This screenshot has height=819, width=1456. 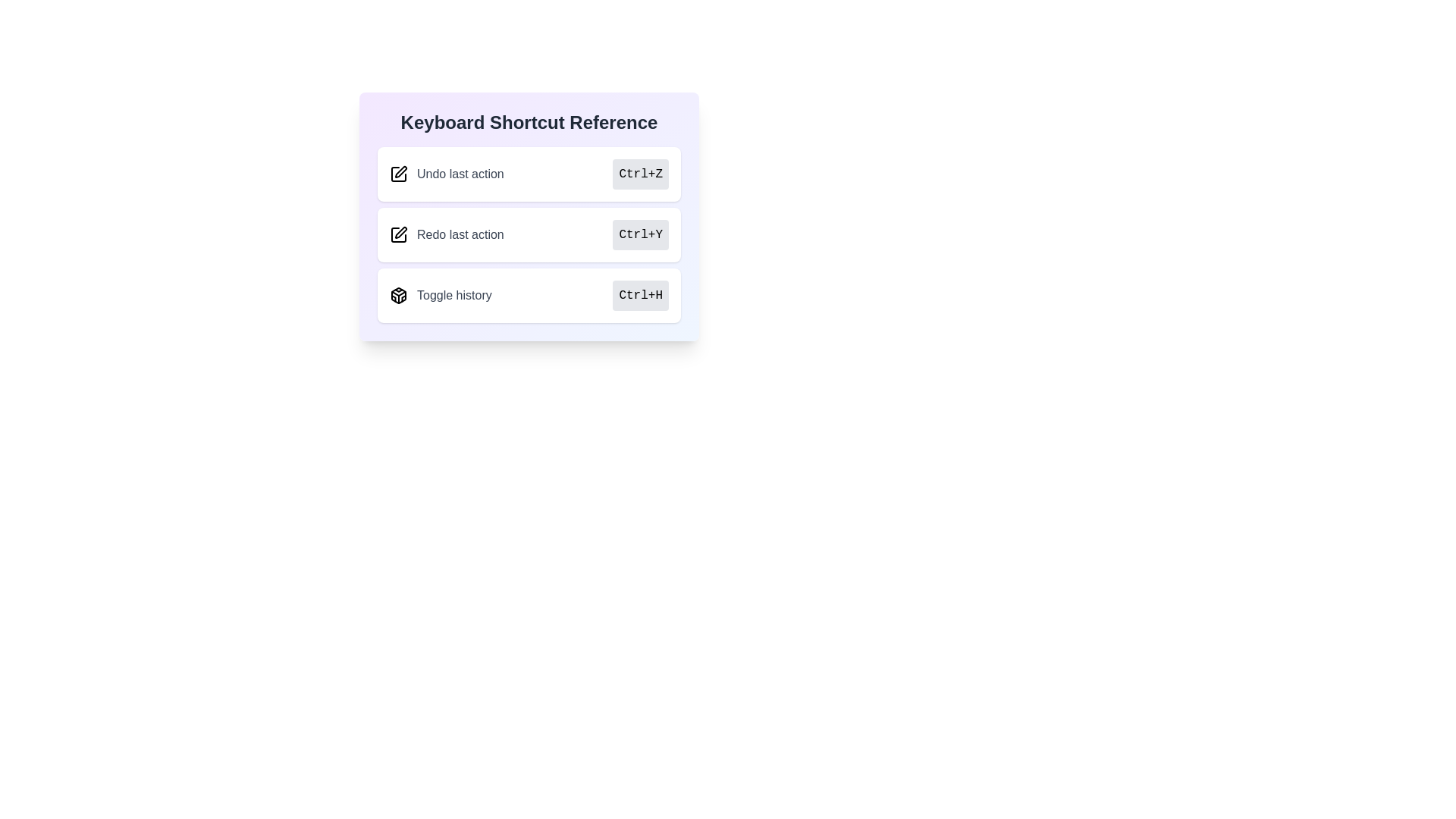 What do you see at coordinates (460, 234) in the screenshot?
I see `the text label that displays 'Redo last action' in gray font, located in the middle row of the 'Keyboard Shortcut Reference' section` at bounding box center [460, 234].